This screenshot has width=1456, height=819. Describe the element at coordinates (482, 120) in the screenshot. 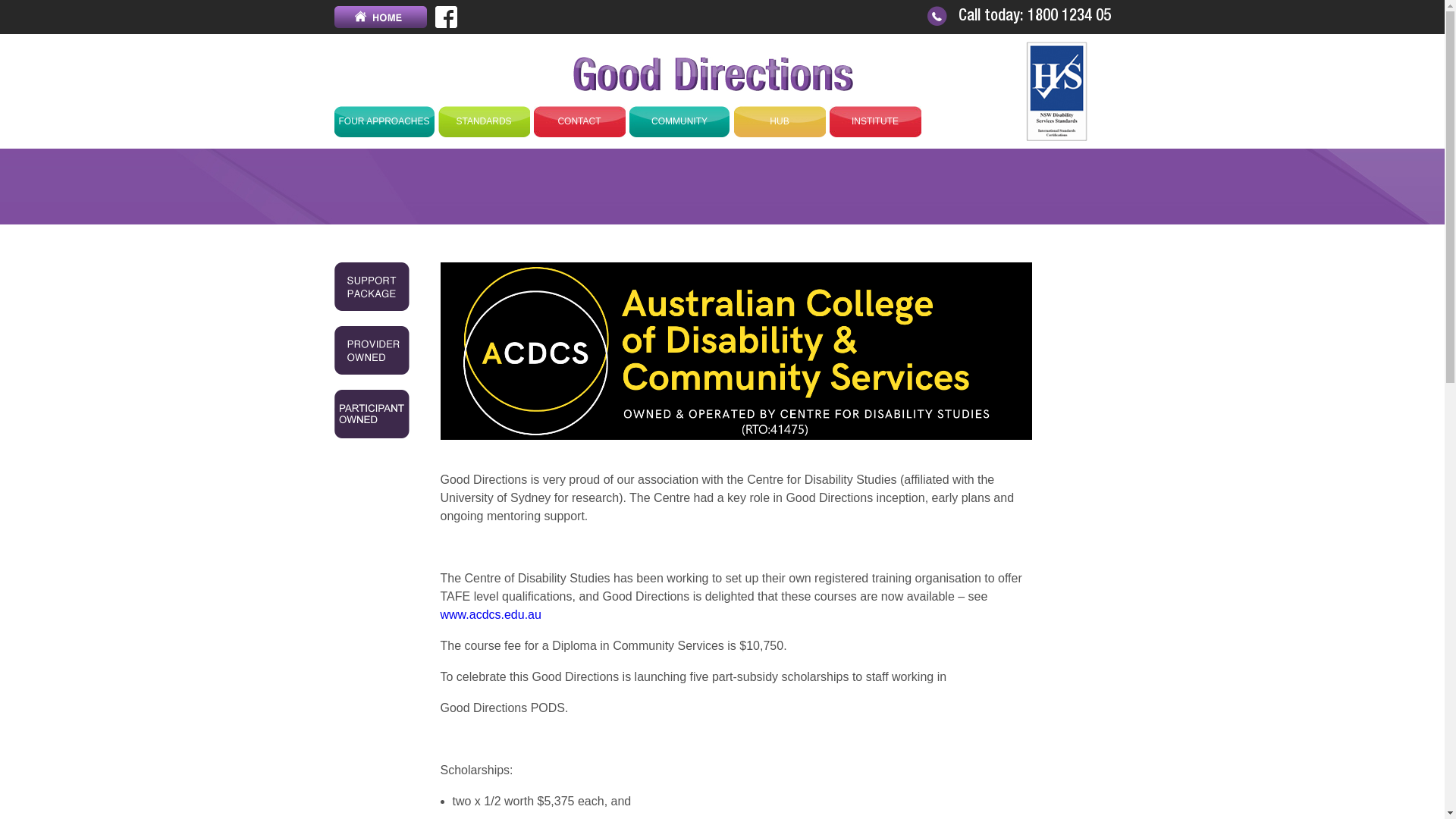

I see `'STANDARDS'` at that location.